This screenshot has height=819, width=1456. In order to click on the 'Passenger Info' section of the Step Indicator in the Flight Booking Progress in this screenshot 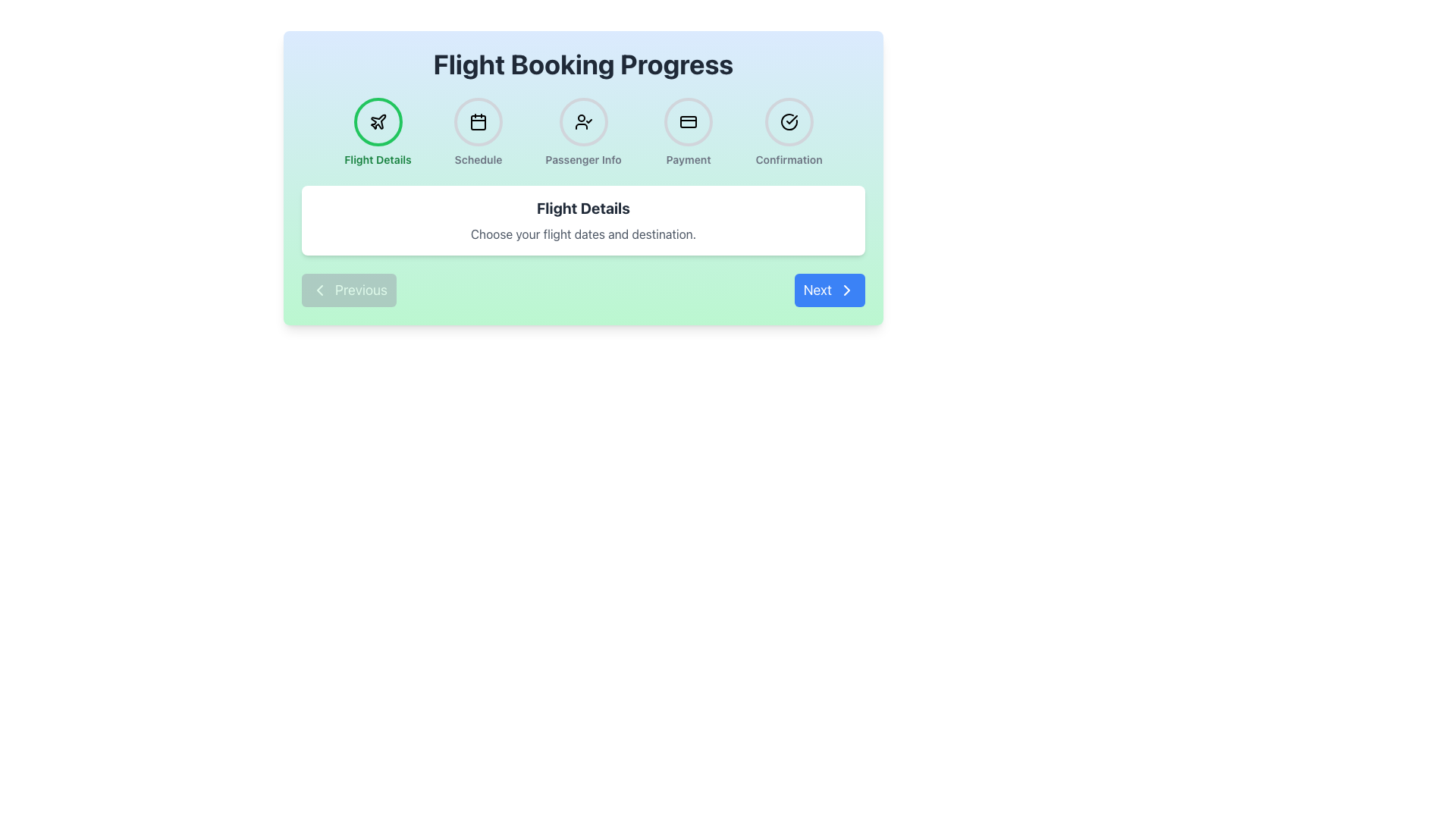, I will do `click(582, 131)`.